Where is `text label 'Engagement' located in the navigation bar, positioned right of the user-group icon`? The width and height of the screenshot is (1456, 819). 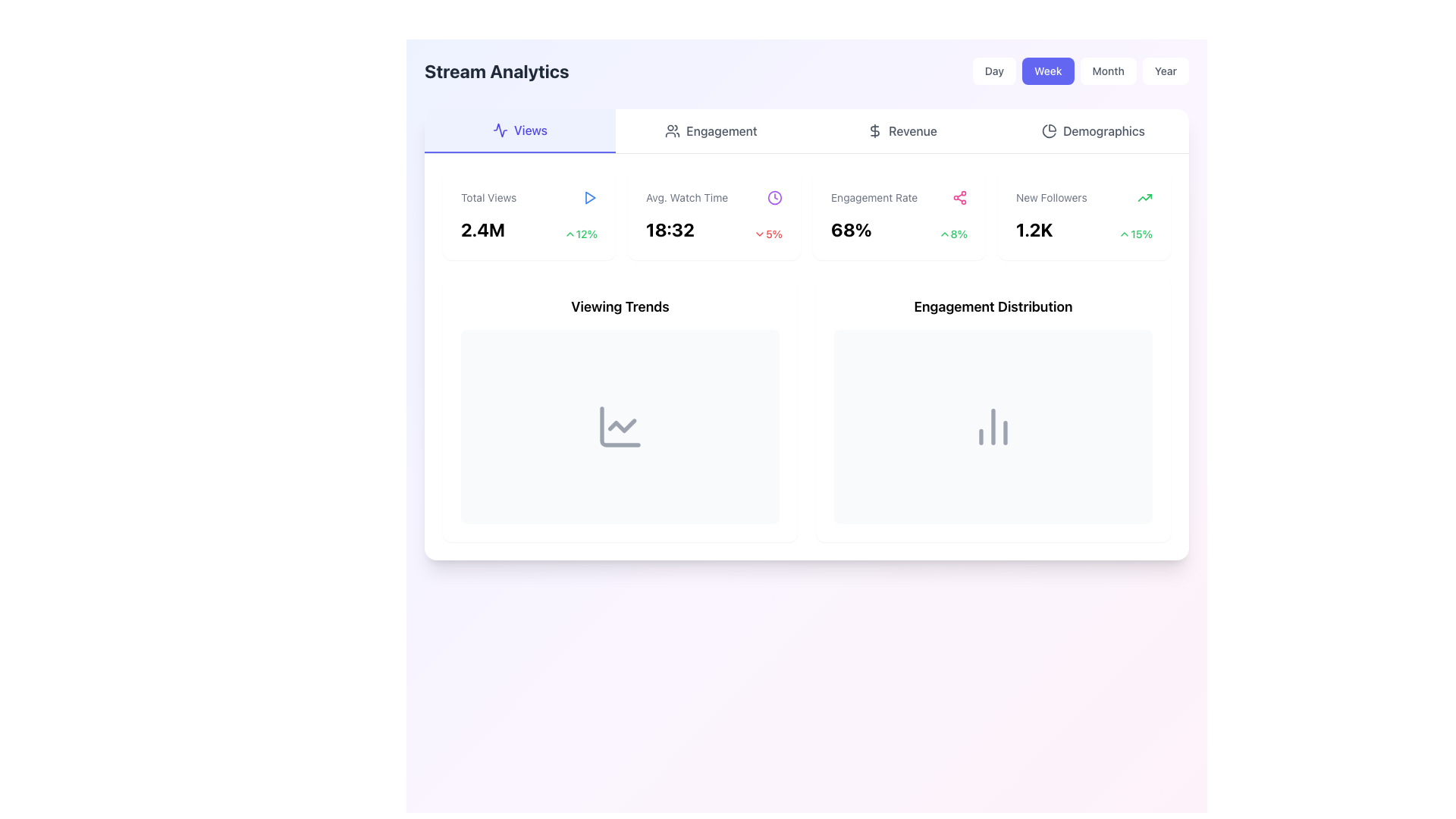
text label 'Engagement' located in the navigation bar, positioned right of the user-group icon is located at coordinates (720, 130).